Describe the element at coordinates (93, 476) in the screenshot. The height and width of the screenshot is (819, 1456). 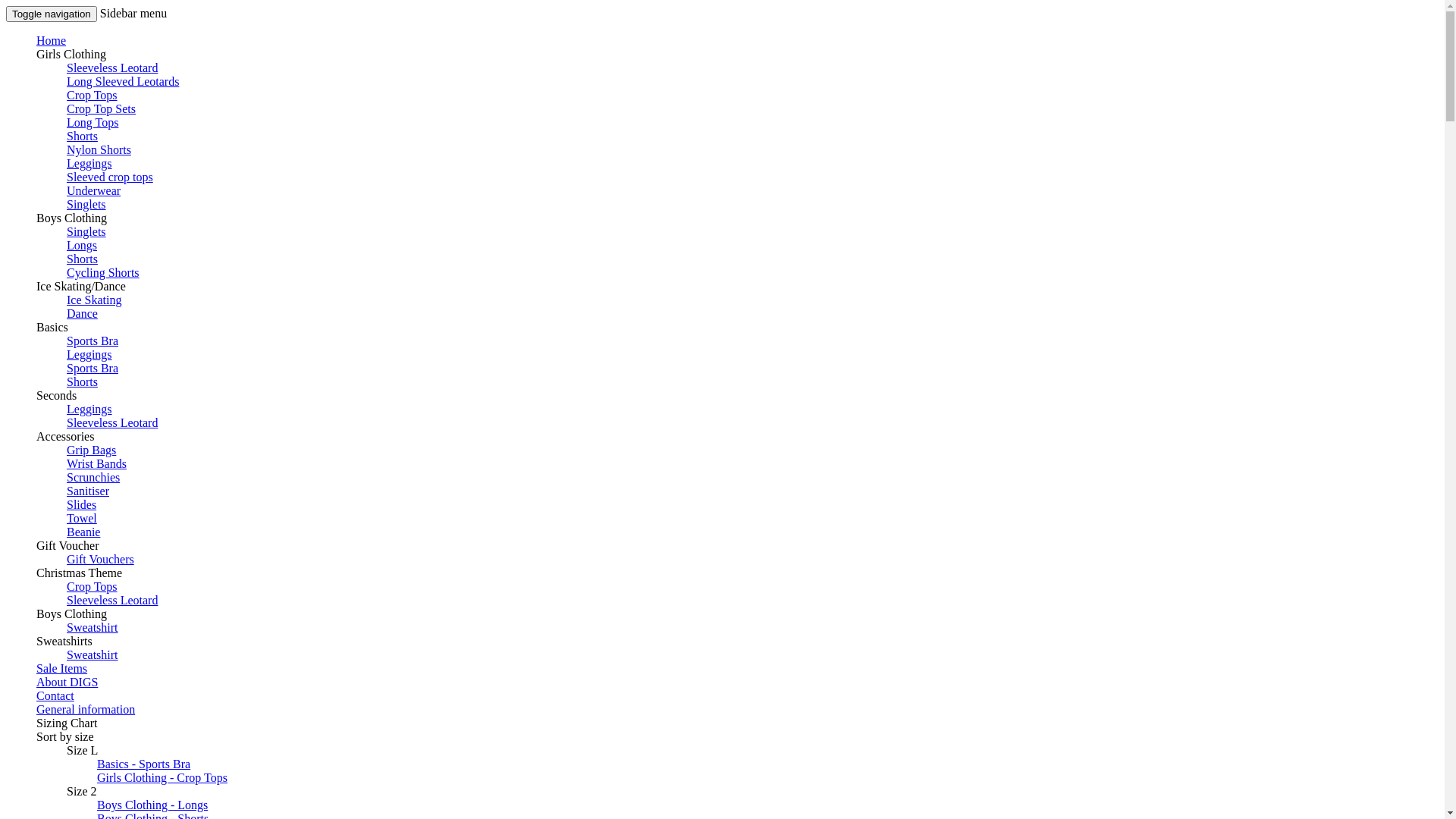
I see `'Scrunchies'` at that location.